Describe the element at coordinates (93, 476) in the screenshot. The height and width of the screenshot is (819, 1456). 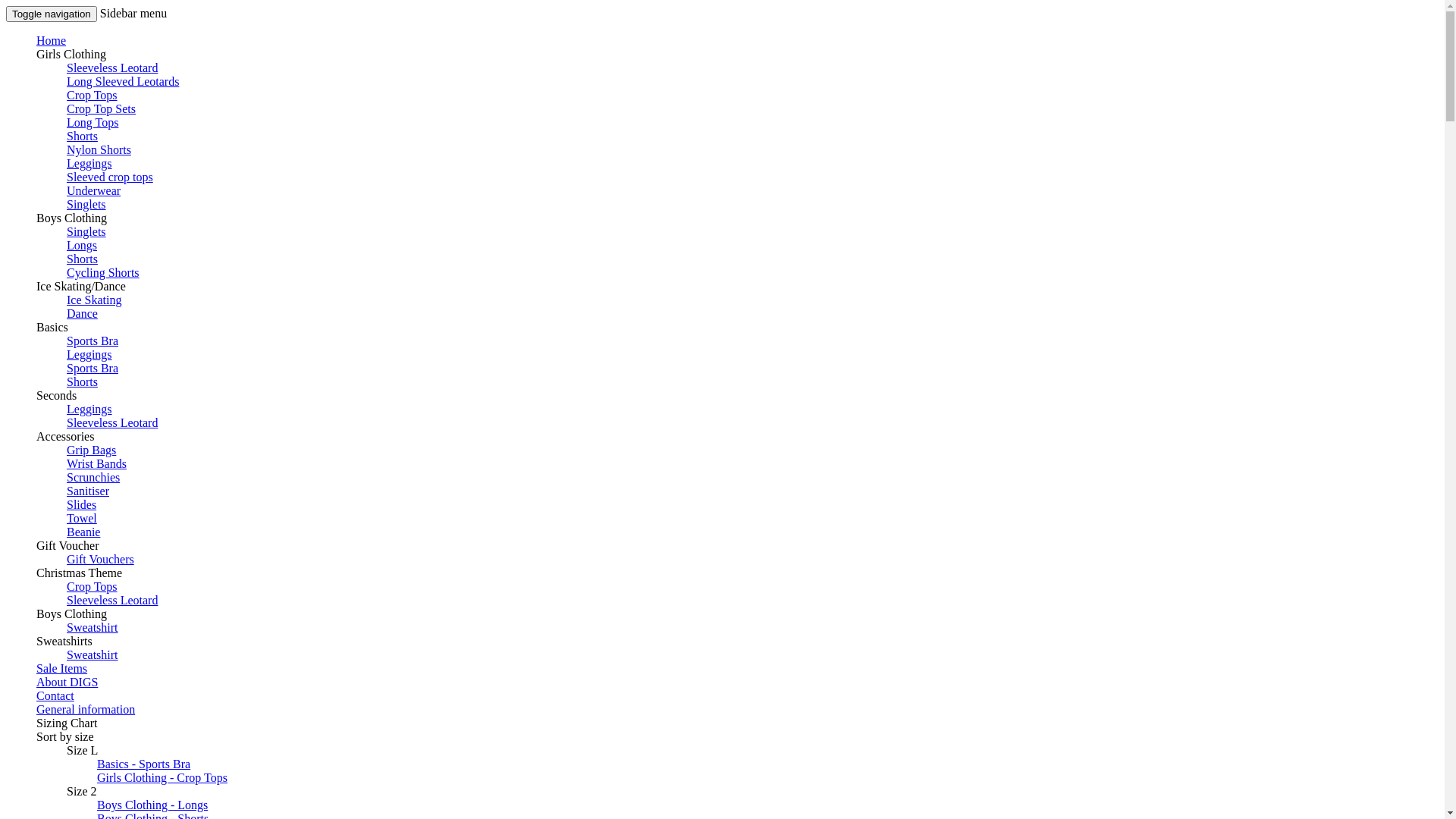
I see `'Scrunchies'` at that location.